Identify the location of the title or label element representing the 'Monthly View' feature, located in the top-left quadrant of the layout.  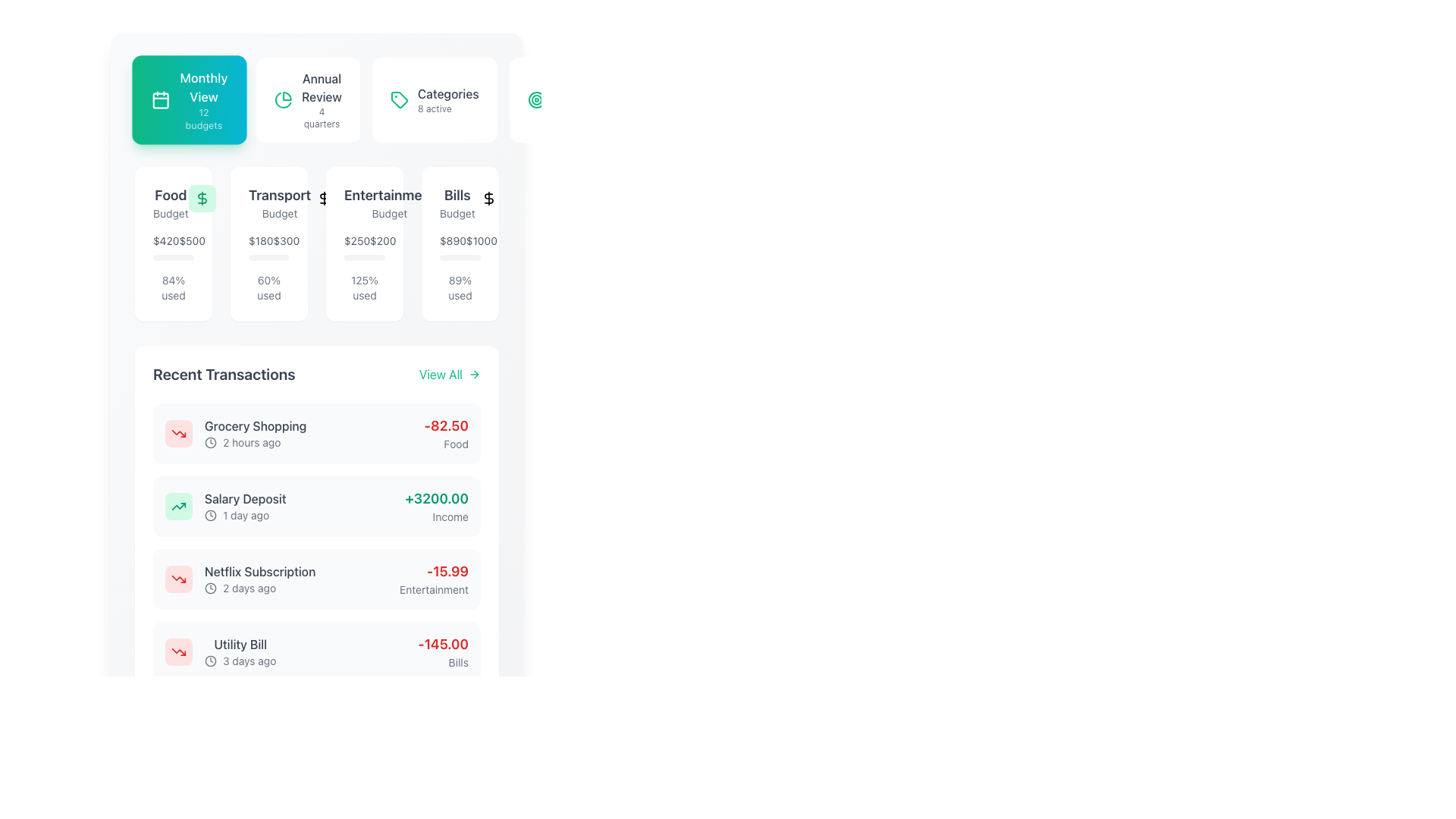
(202, 87).